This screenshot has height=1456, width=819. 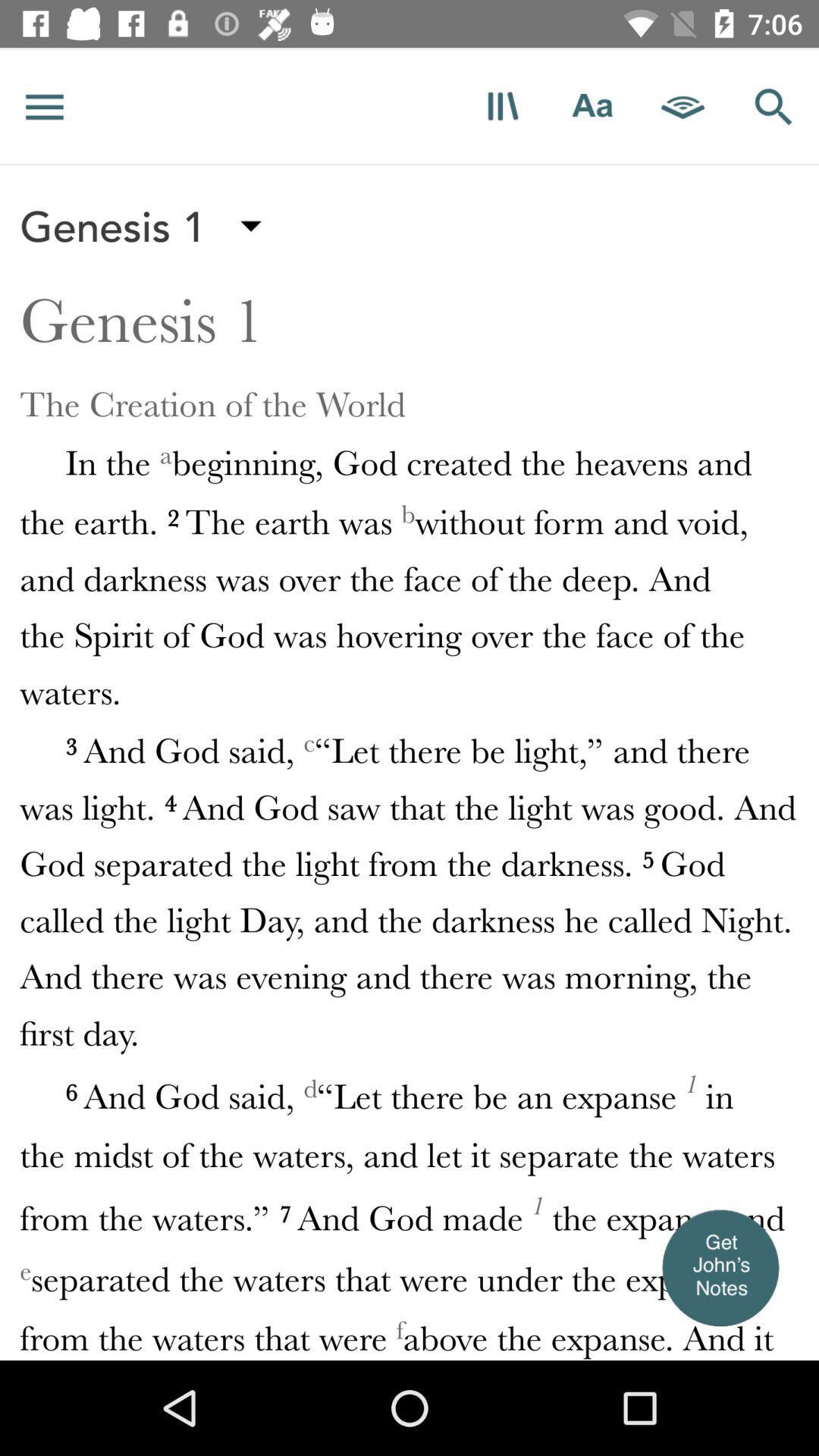 I want to click on options, so click(x=44, y=105).